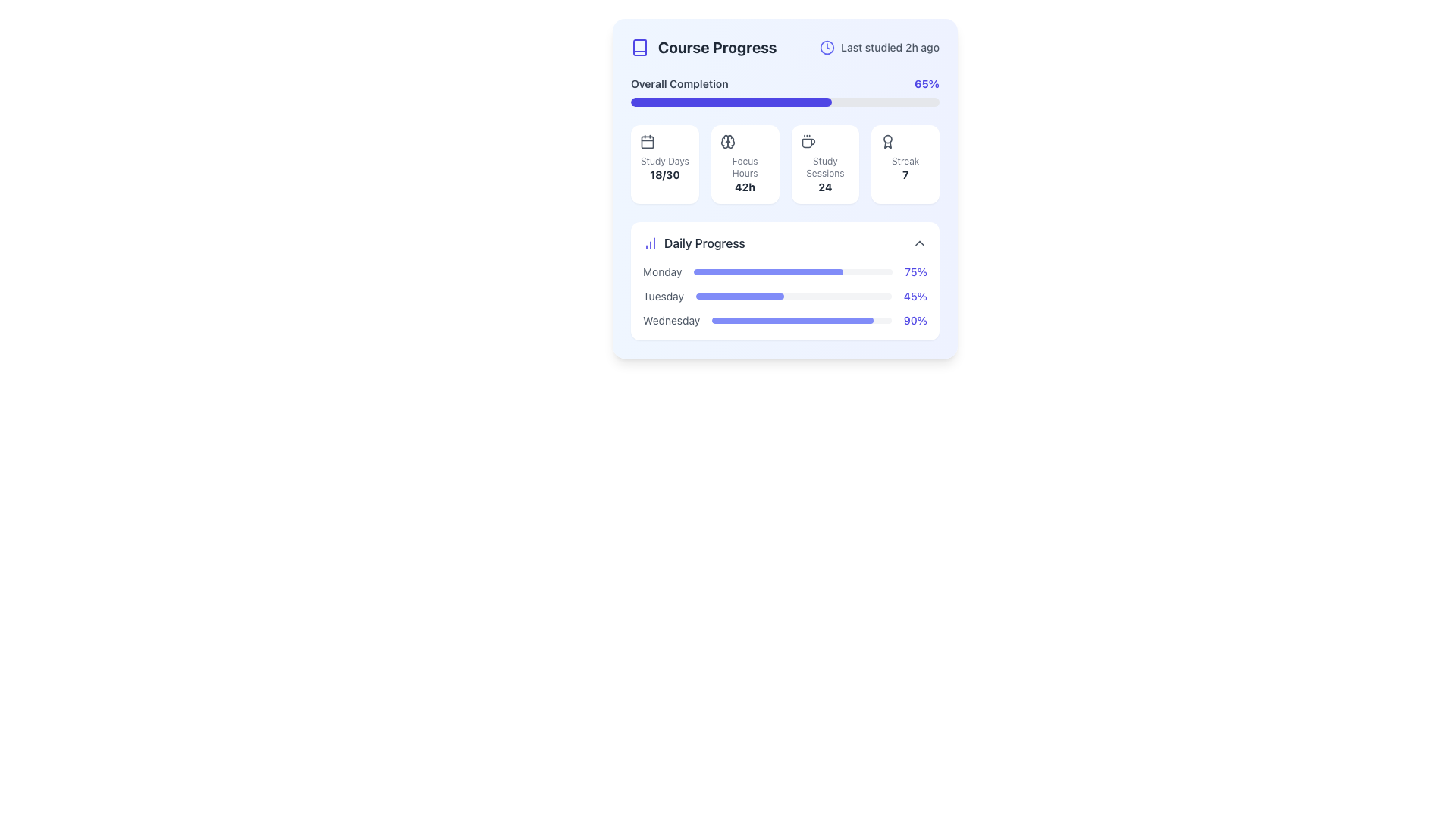  What do you see at coordinates (826, 46) in the screenshot?
I see `the circular outline of the clock icon located in the top right corner of the 'Course Progress' card, near the text 'Last studied 2h ago'` at bounding box center [826, 46].